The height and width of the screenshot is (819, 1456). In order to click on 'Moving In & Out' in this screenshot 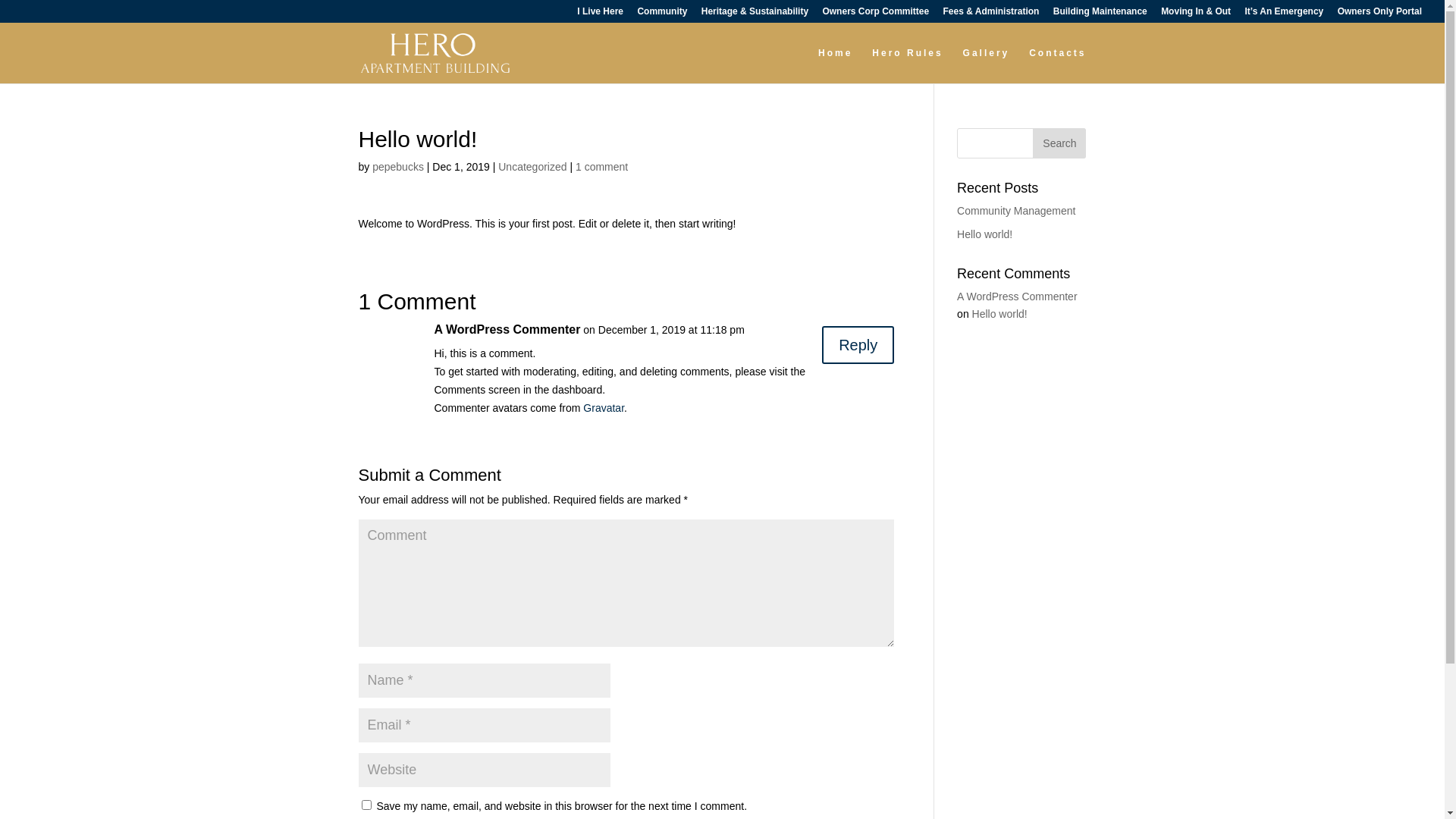, I will do `click(1195, 14)`.